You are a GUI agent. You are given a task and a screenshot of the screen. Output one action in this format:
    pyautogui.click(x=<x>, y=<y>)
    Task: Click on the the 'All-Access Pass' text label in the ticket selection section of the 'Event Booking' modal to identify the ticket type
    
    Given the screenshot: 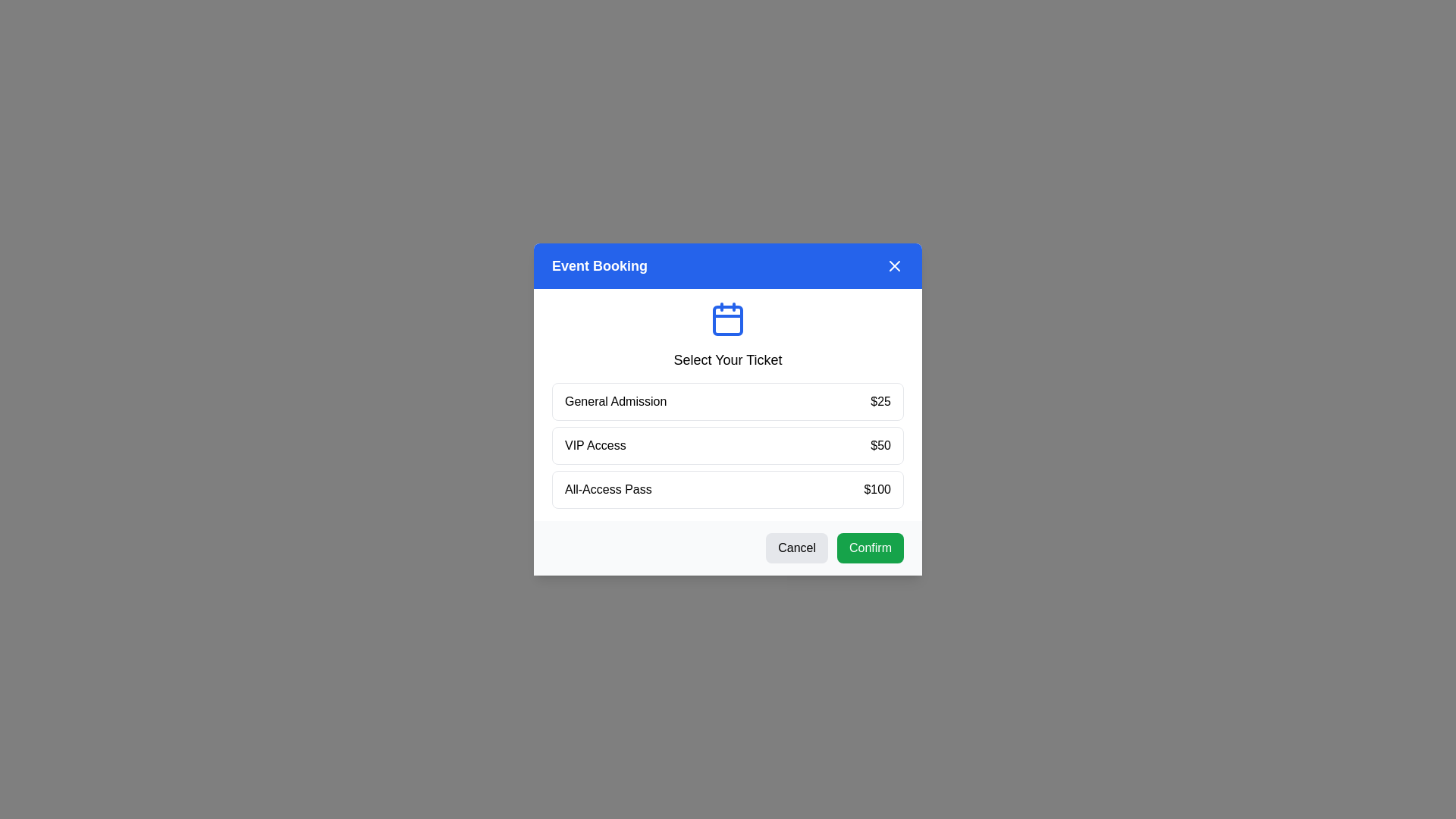 What is the action you would take?
    pyautogui.click(x=608, y=489)
    